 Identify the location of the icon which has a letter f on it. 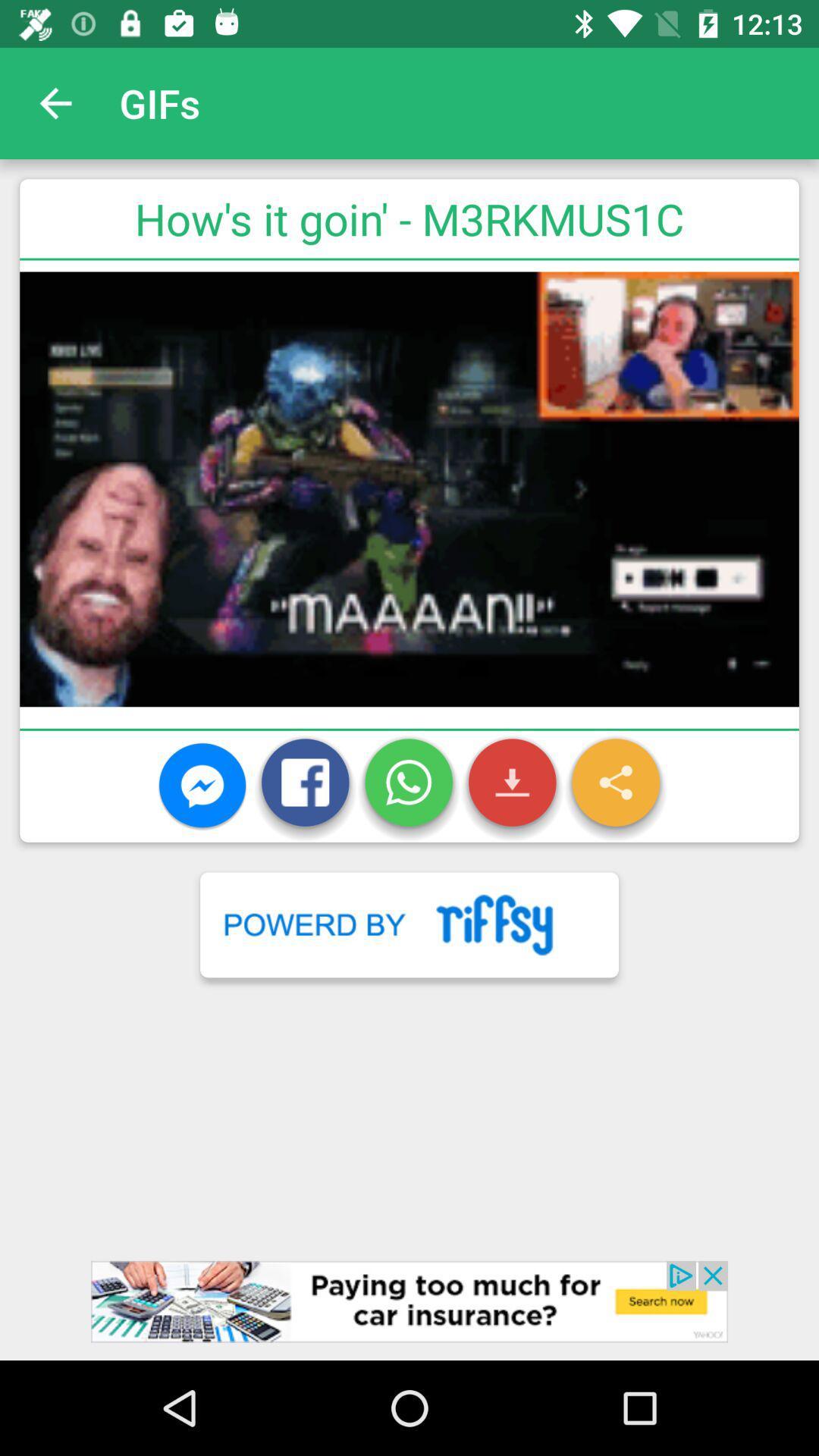
(305, 786).